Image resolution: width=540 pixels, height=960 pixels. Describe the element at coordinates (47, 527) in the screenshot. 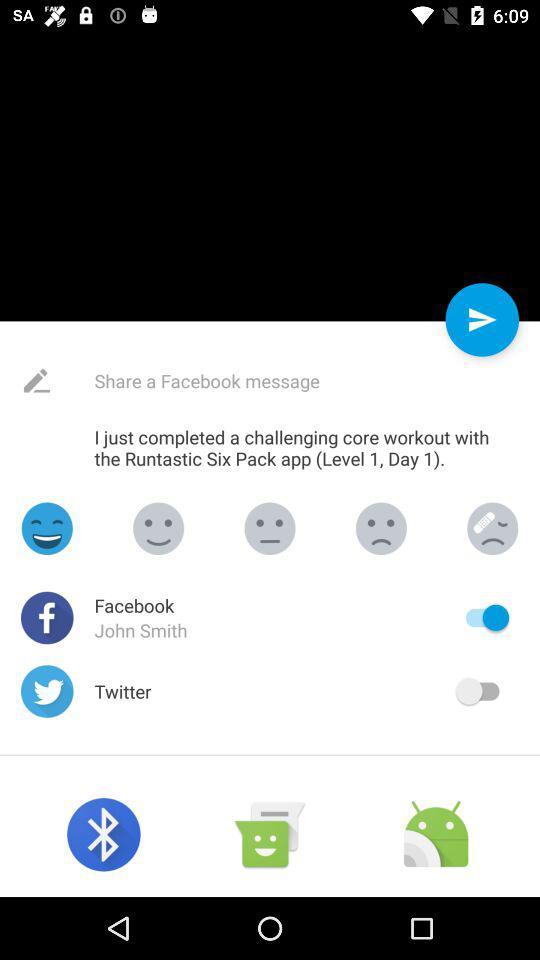

I see `the first smiley option` at that location.